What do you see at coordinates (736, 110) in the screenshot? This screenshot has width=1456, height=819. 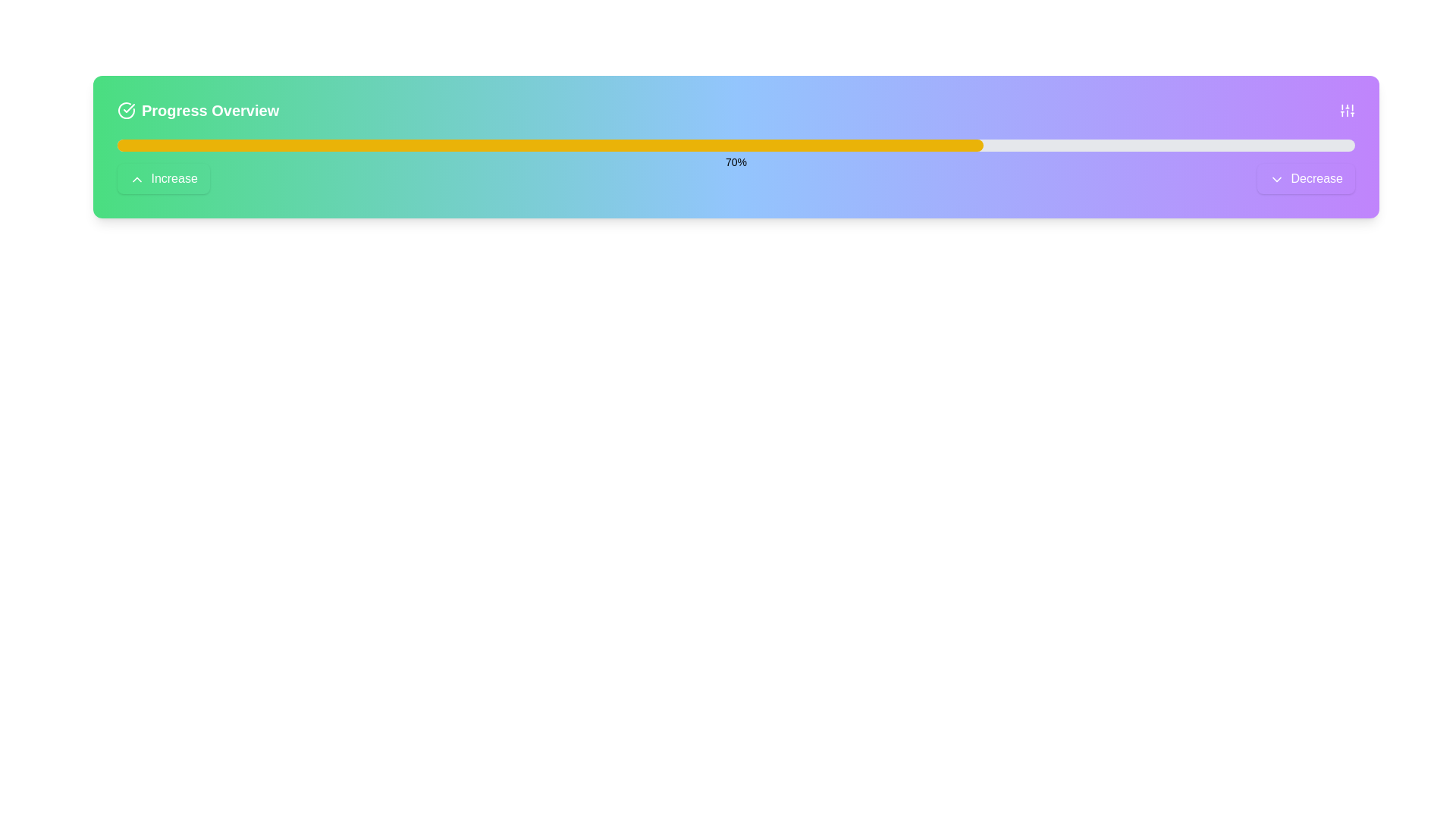 I see `icons located to the right of the 'Progress Overview' text label for additional functionality` at bounding box center [736, 110].